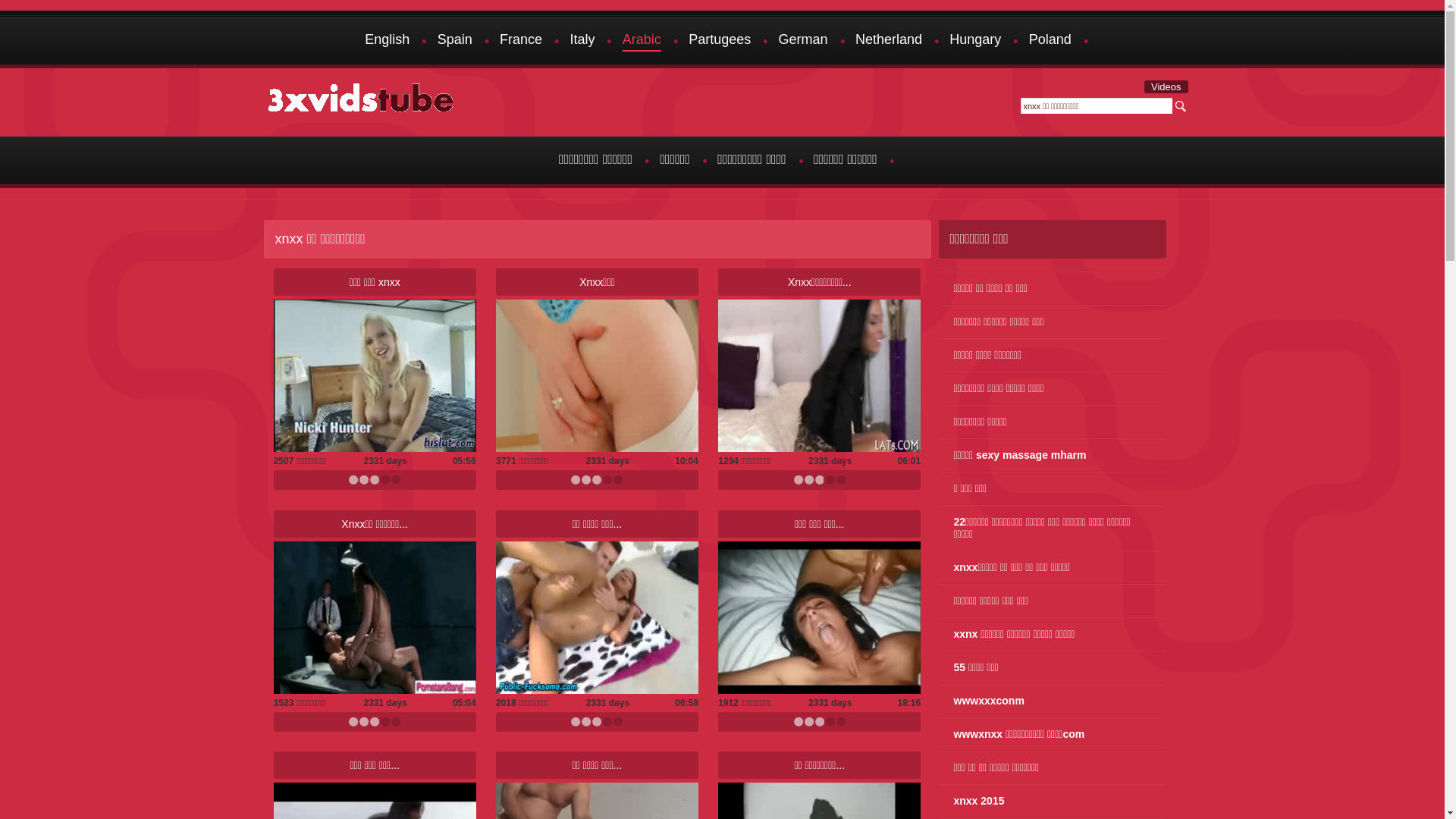 This screenshot has height=819, width=1456. Describe the element at coordinates (779, 40) in the screenshot. I see `'German'` at that location.